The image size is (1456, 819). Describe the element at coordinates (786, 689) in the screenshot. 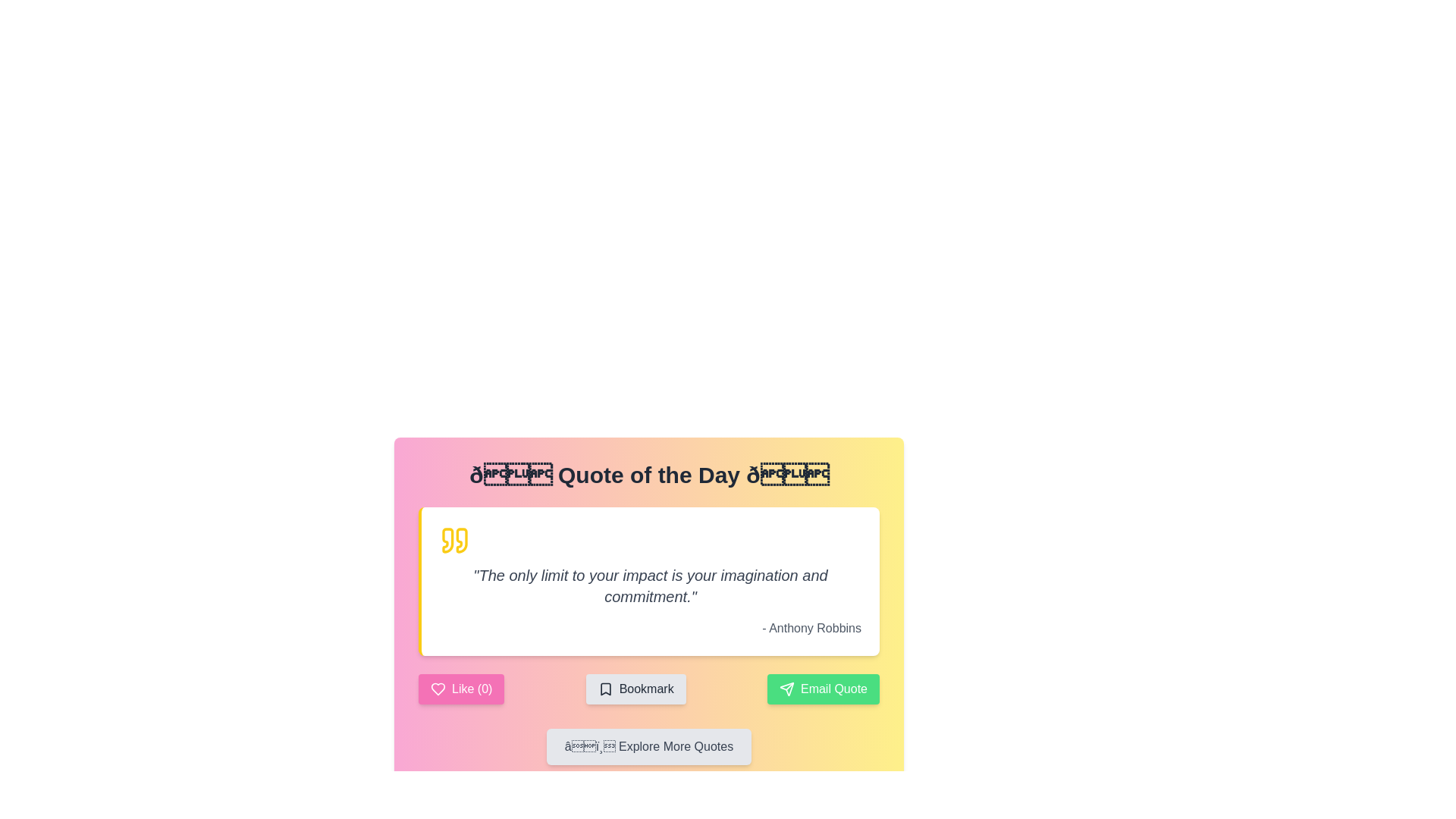

I see `the 'Email Quote' button, represented by a green rectangular button located at the bottom-right section of the interface, for keyboard interaction` at that location.